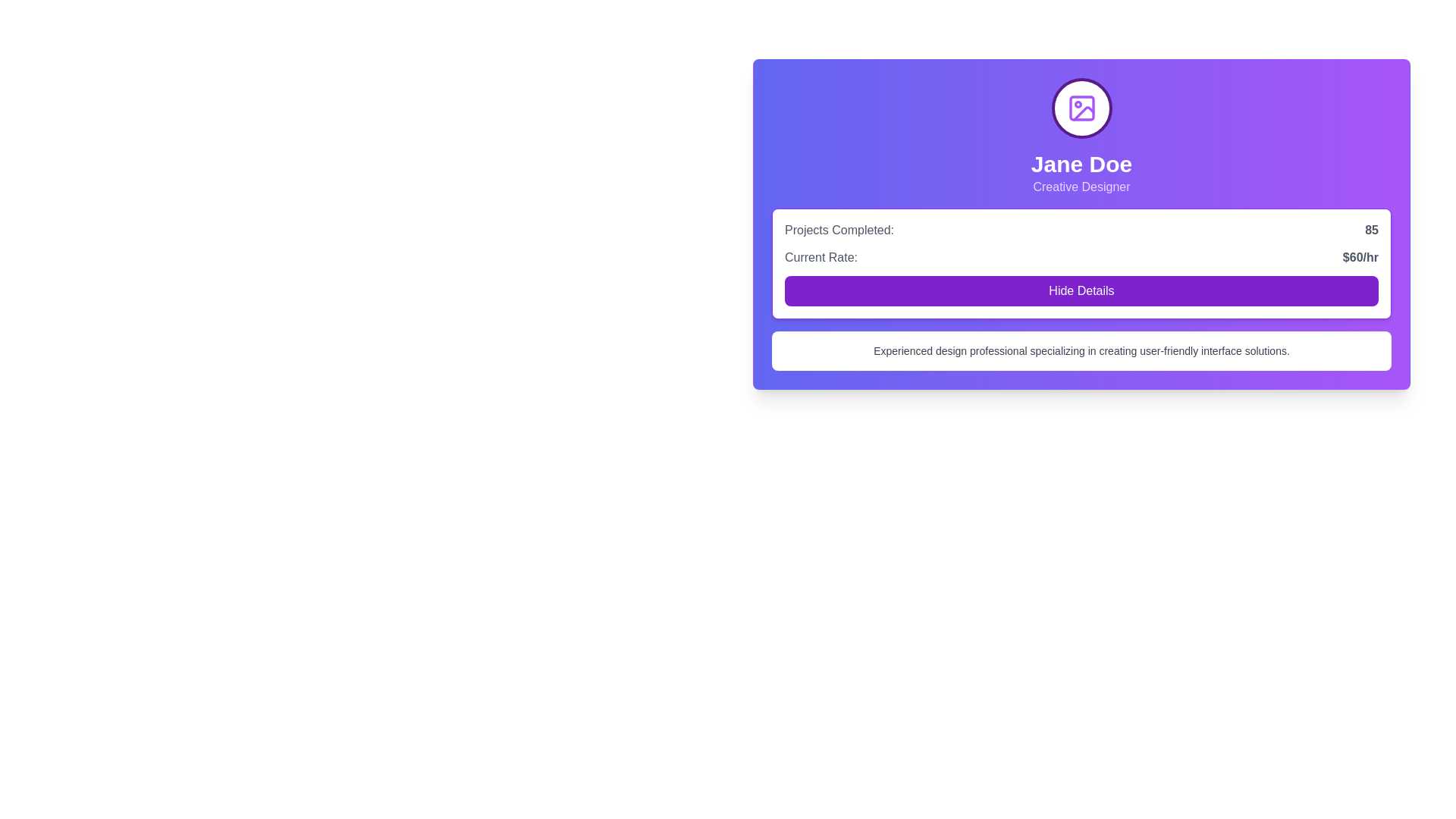 The height and width of the screenshot is (819, 1456). What do you see at coordinates (1081, 350) in the screenshot?
I see `the text label that states 'Experienced design professional specializing in creating user-friendly interface solutions.' positioned at the center of the lower area of the vertical card layout` at bounding box center [1081, 350].